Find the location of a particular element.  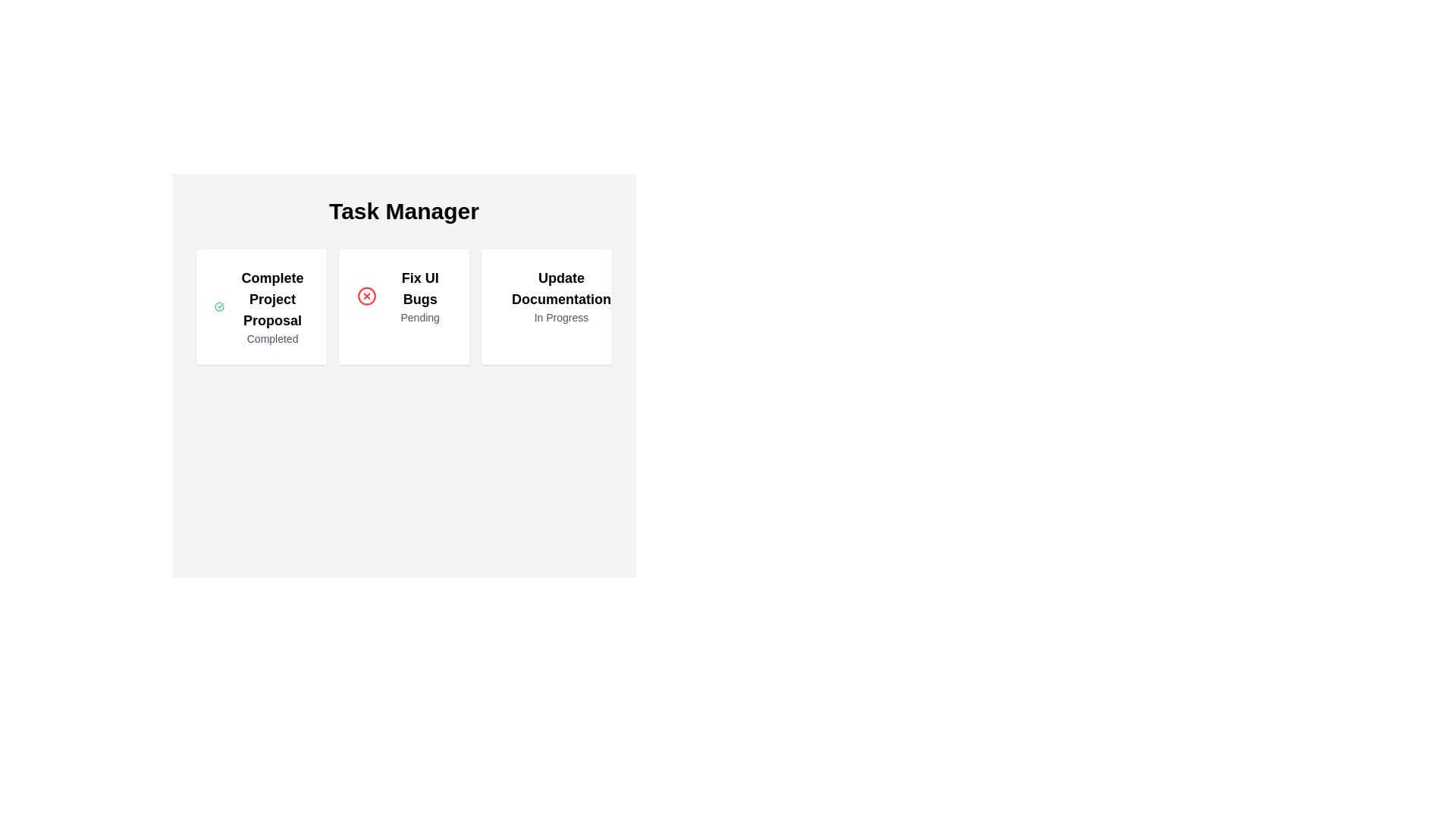

the Information card displaying the task titled 'Complete Project Proposal' with status 'Completed', located in the top-left corner of the grid layout is located at coordinates (262, 307).